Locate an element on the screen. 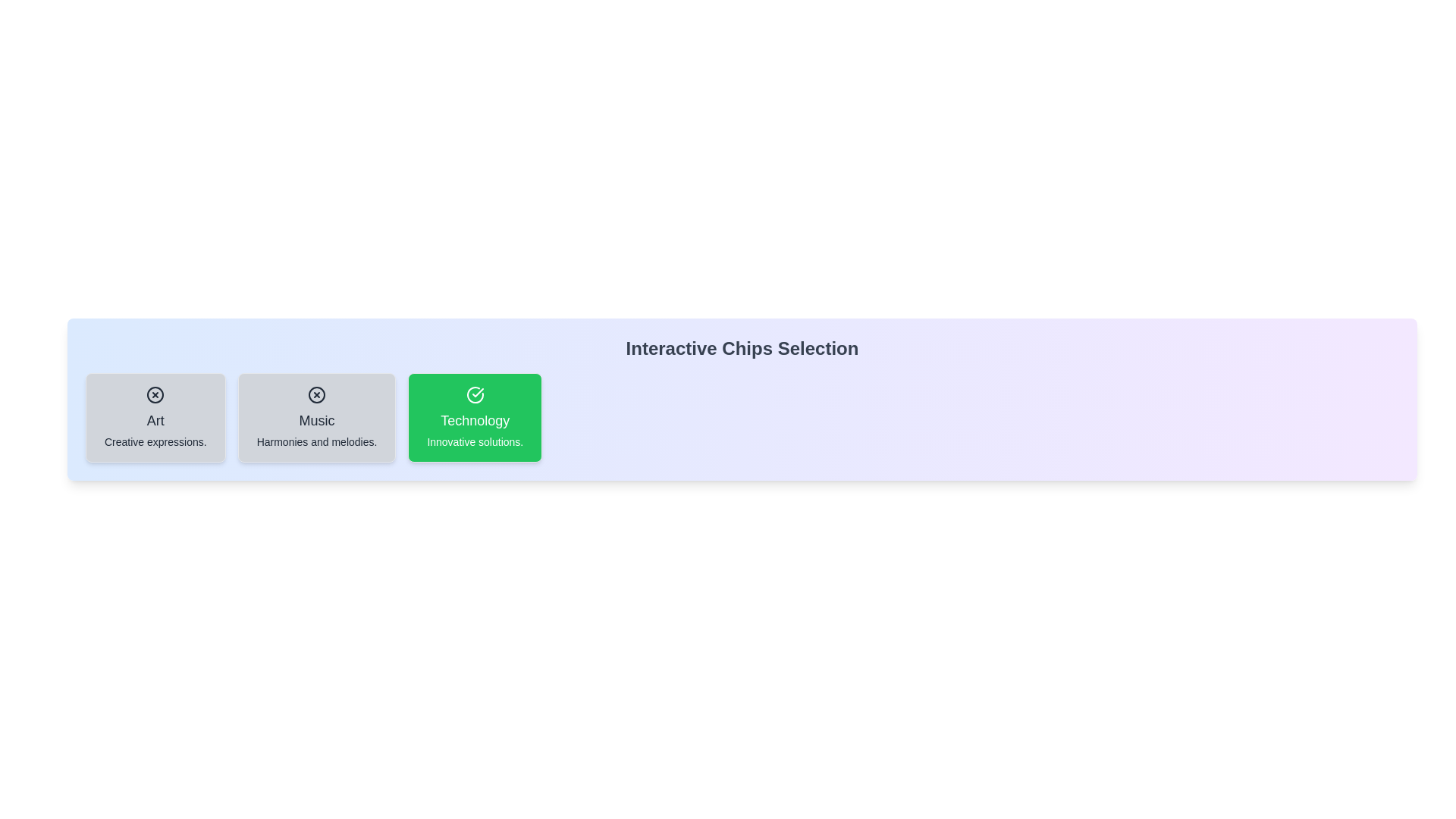 The width and height of the screenshot is (1456, 819). the chip labeled 'Technology' by clicking on it is located at coordinates (475, 418).